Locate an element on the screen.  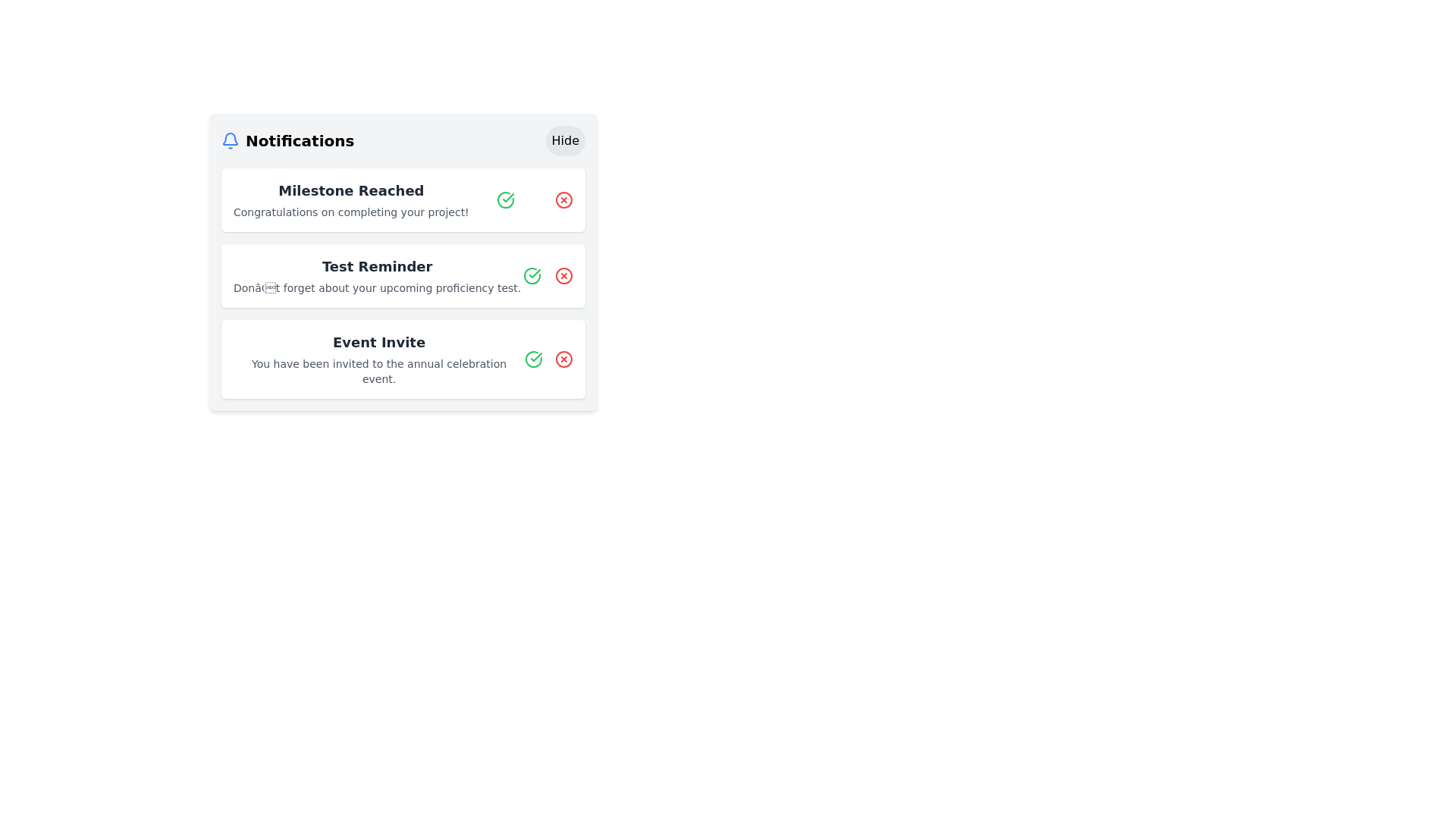
the Text Label that serves as a title for the notification, displaying 'Test Reminder' is located at coordinates (377, 265).